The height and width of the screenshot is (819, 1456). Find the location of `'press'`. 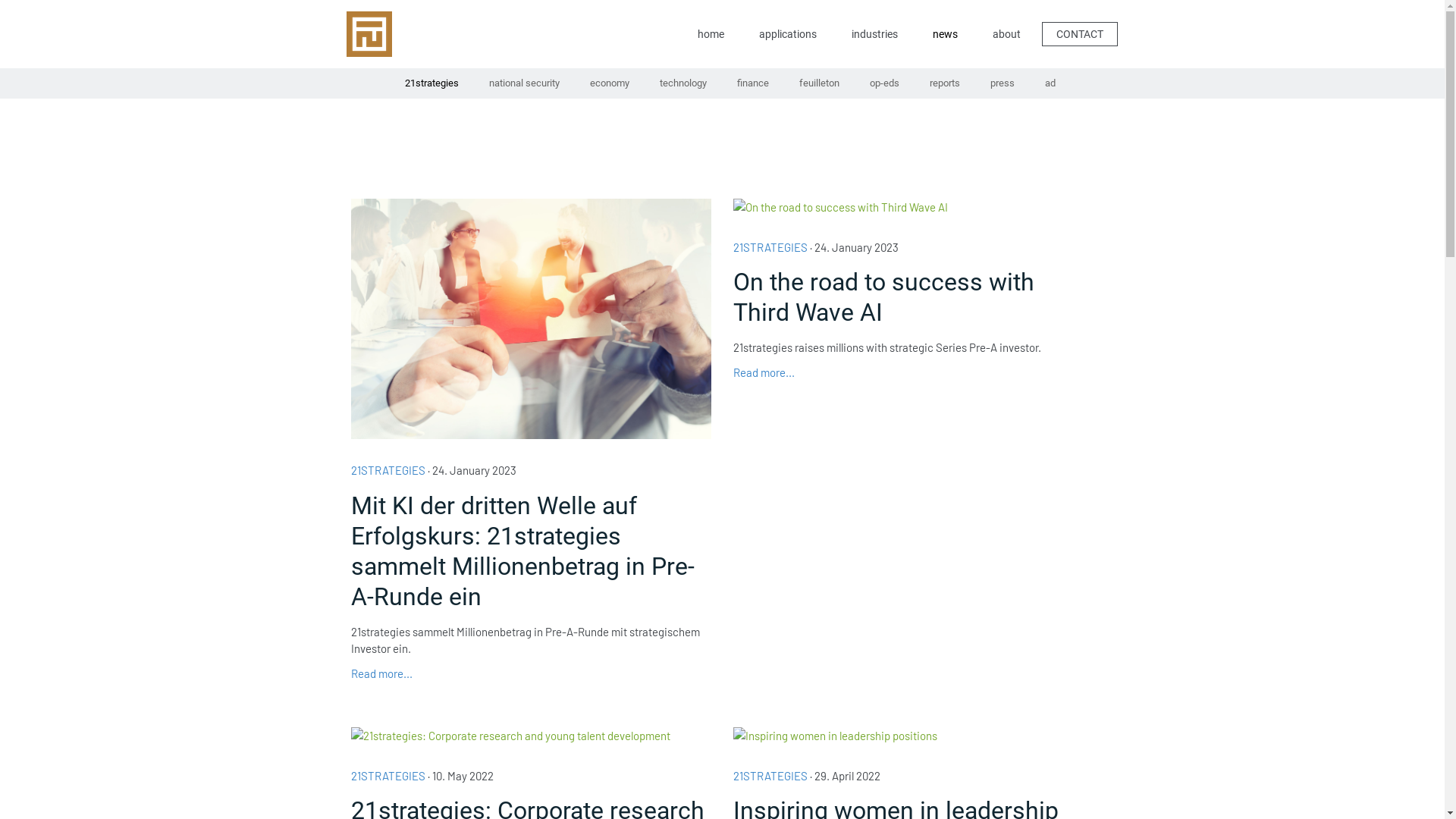

'press' is located at coordinates (1002, 83).